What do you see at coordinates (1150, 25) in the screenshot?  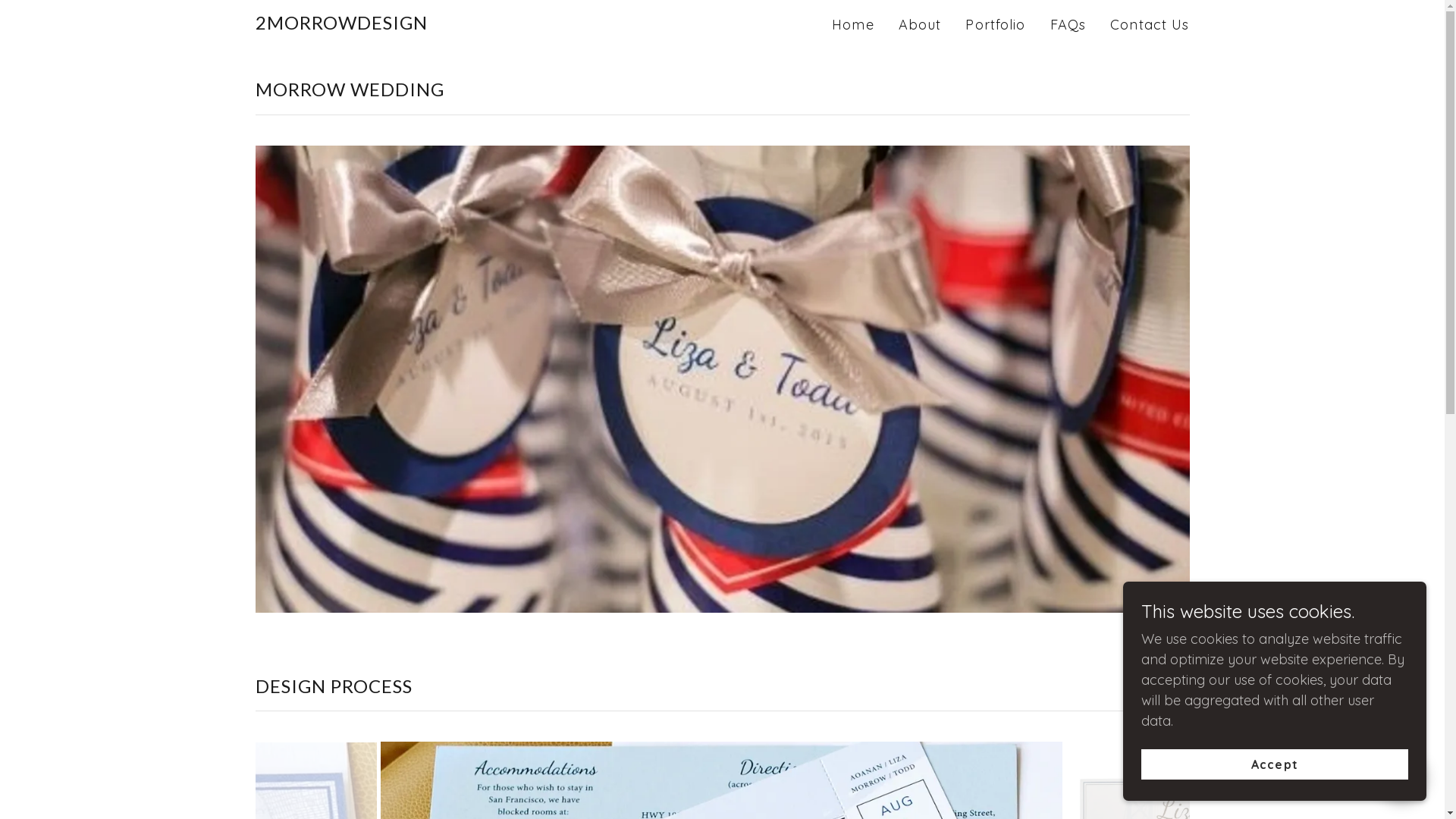 I see `'Contact Us'` at bounding box center [1150, 25].